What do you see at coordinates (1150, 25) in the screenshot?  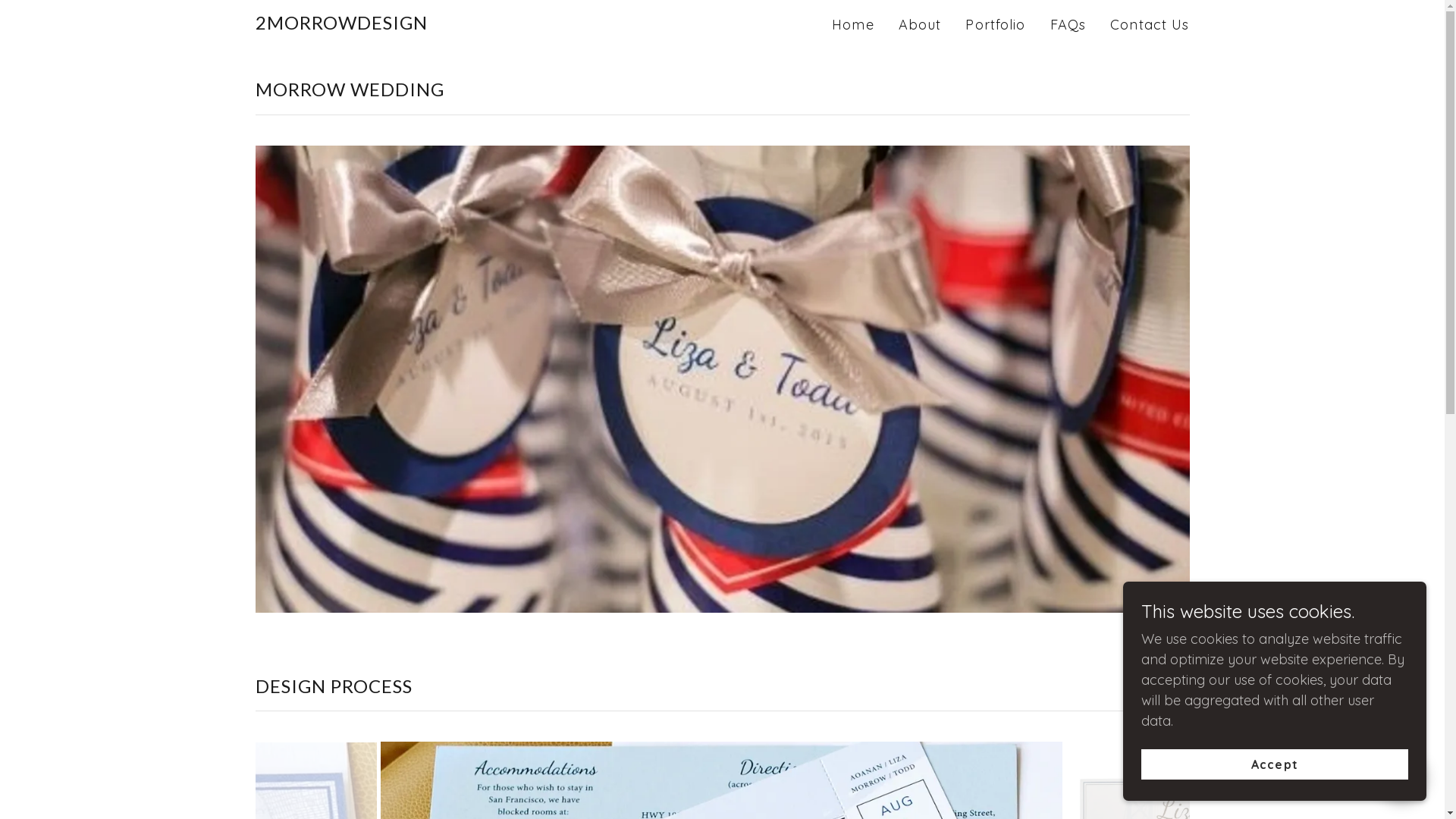 I see `'Contact Us'` at bounding box center [1150, 25].